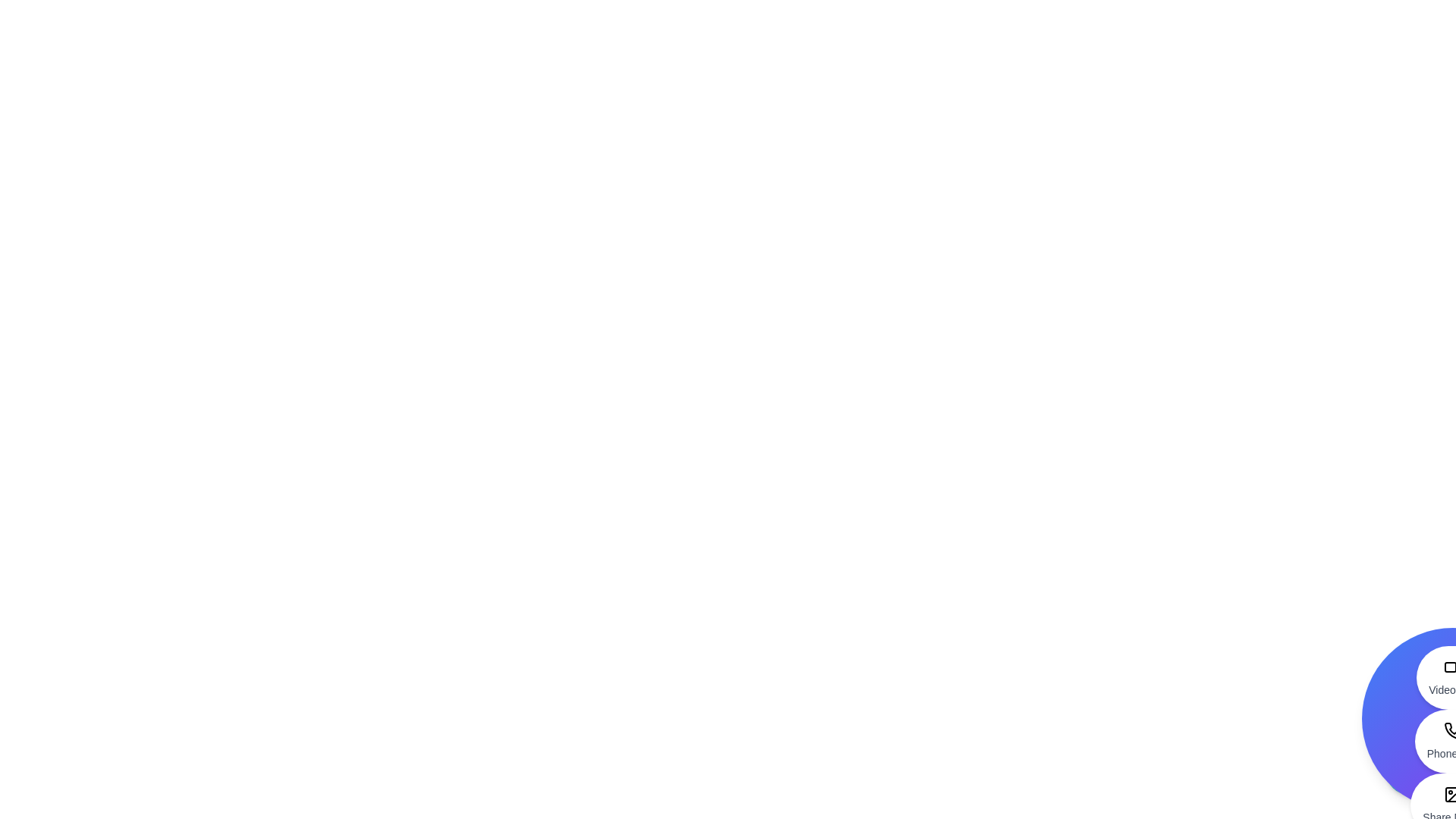 Image resolution: width=1456 pixels, height=819 pixels. I want to click on the 'Share Media' button to initiate media sharing, so click(1451, 804).